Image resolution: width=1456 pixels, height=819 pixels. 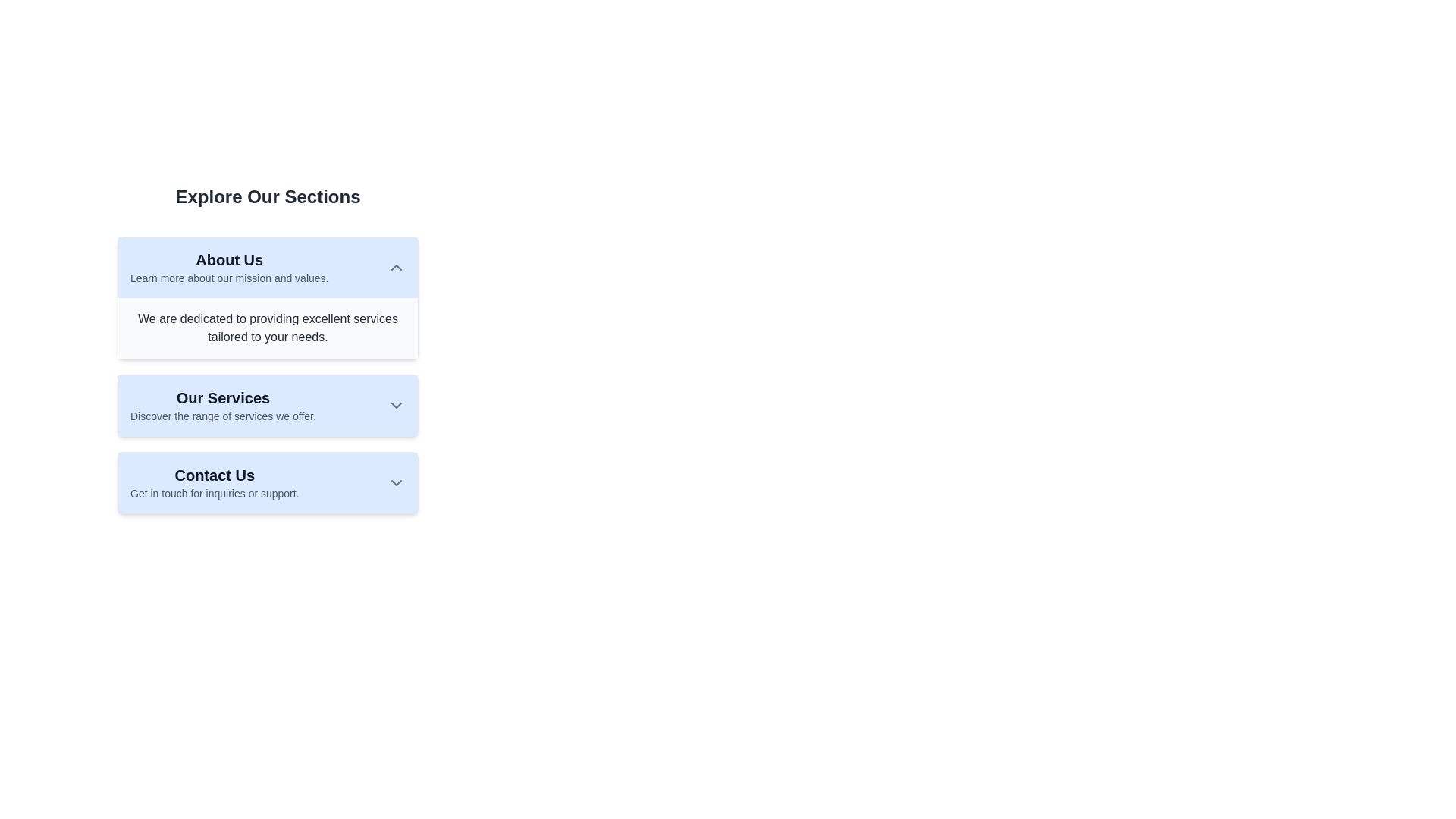 I want to click on the 'Contact Us' section header which has a light blue background, bold black header text, and a downward chevron icon on the right, so click(x=268, y=482).